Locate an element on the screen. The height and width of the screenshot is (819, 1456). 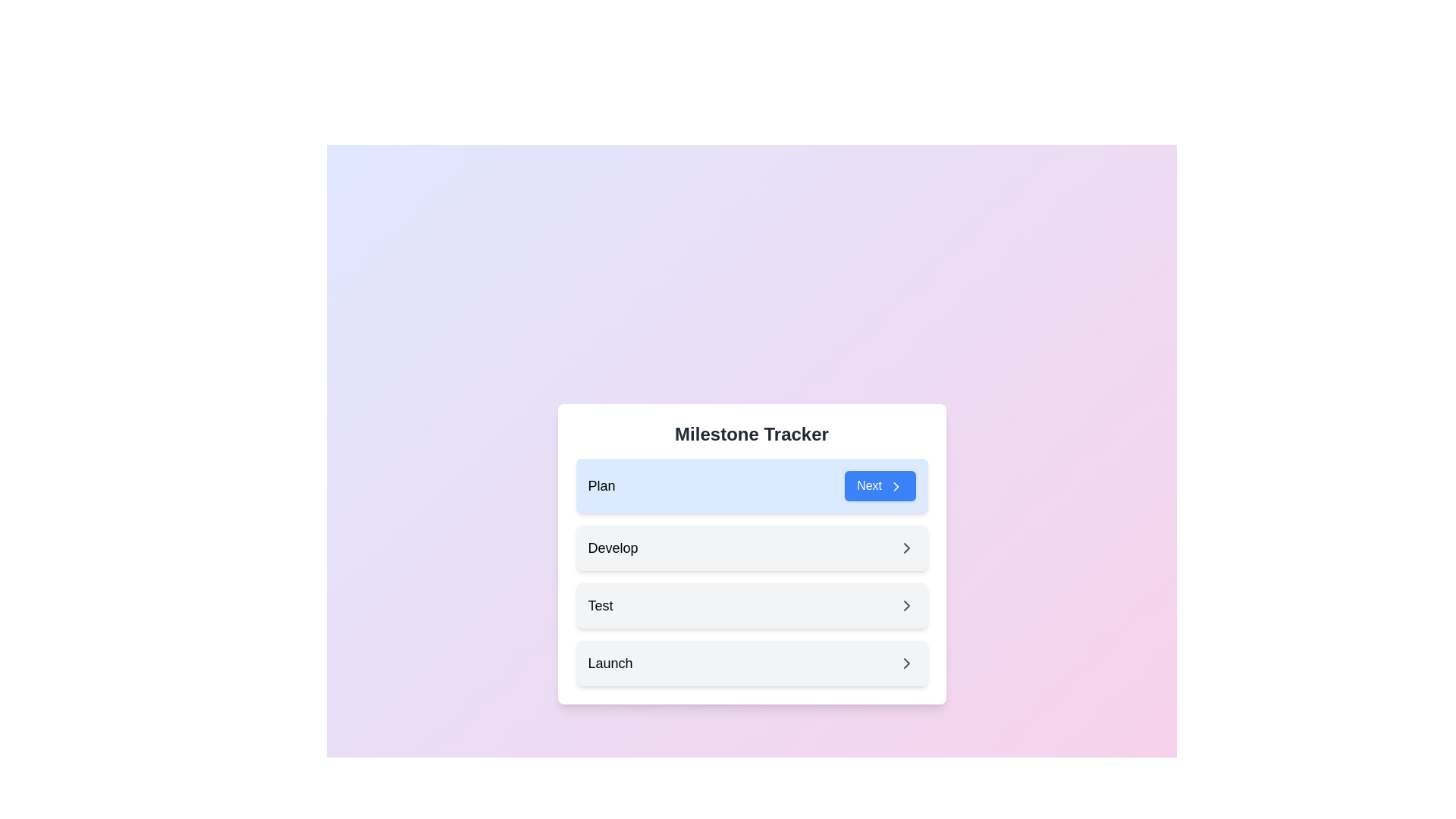
the small right-facing chevron arrow icon located on the right side of the 'Develop' row in the Milestone Tracker, which indicates progression or access to more information is located at coordinates (906, 548).